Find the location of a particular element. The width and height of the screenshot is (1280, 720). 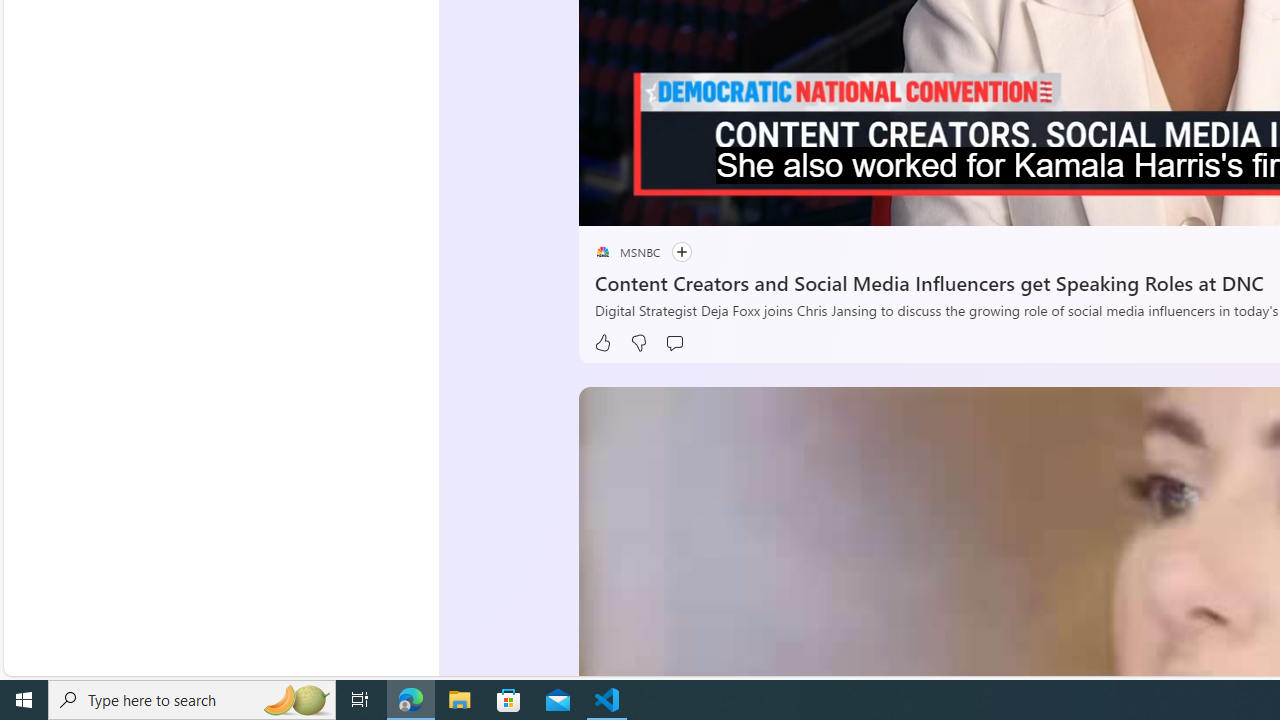

'Like' is located at coordinates (601, 342).